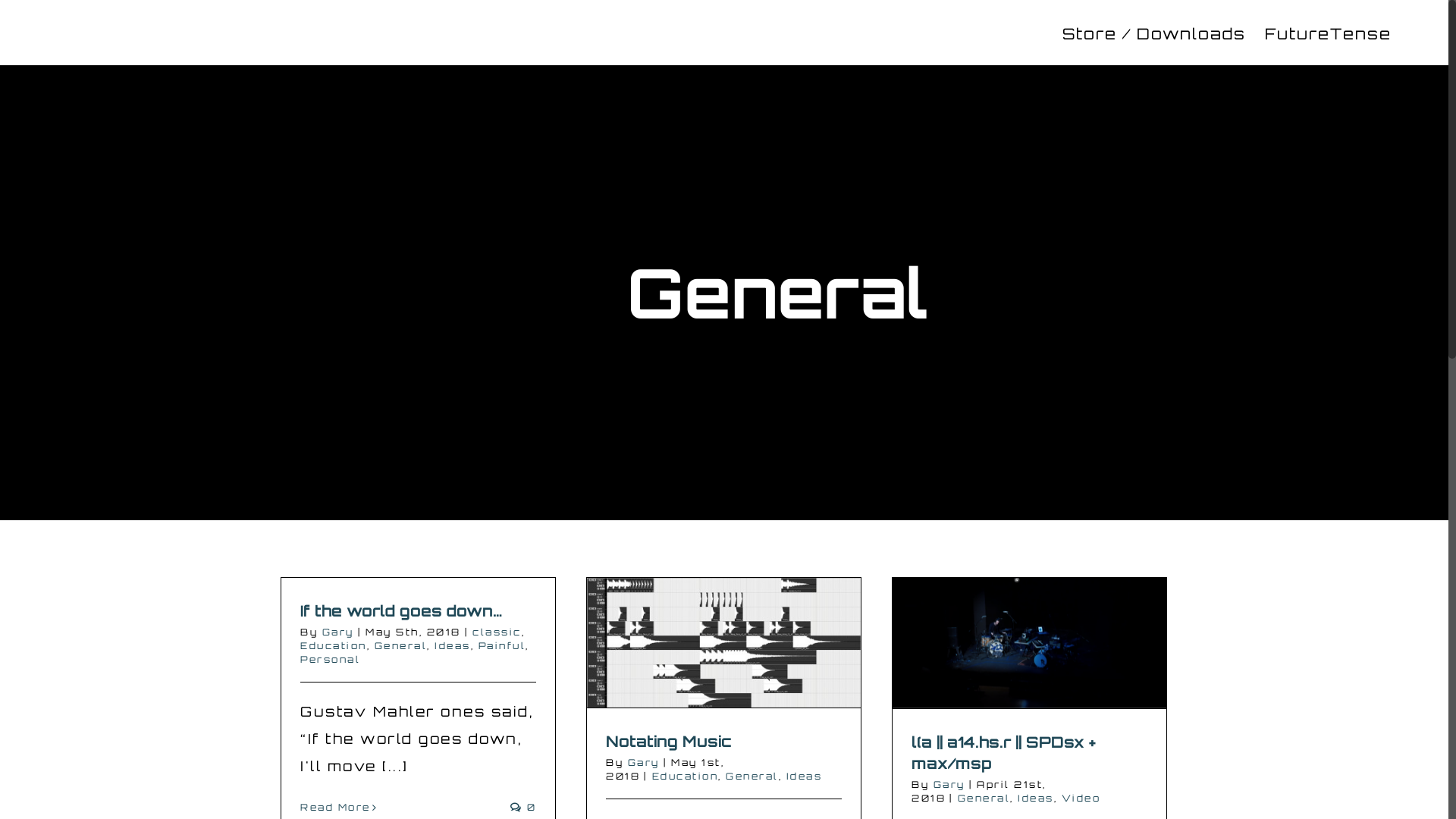  I want to click on 'Education', so click(684, 776).